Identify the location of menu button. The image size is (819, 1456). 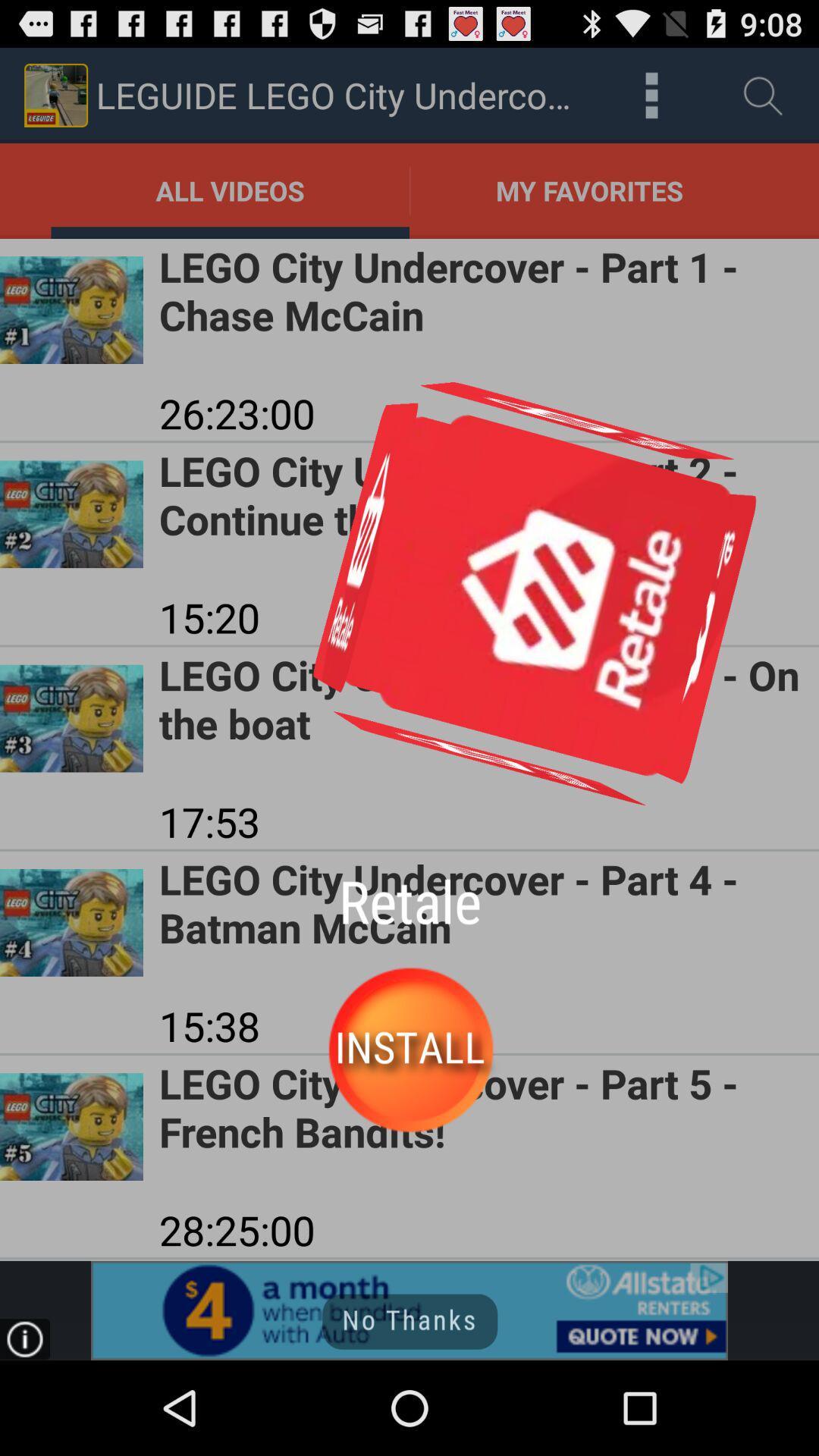
(651, 94).